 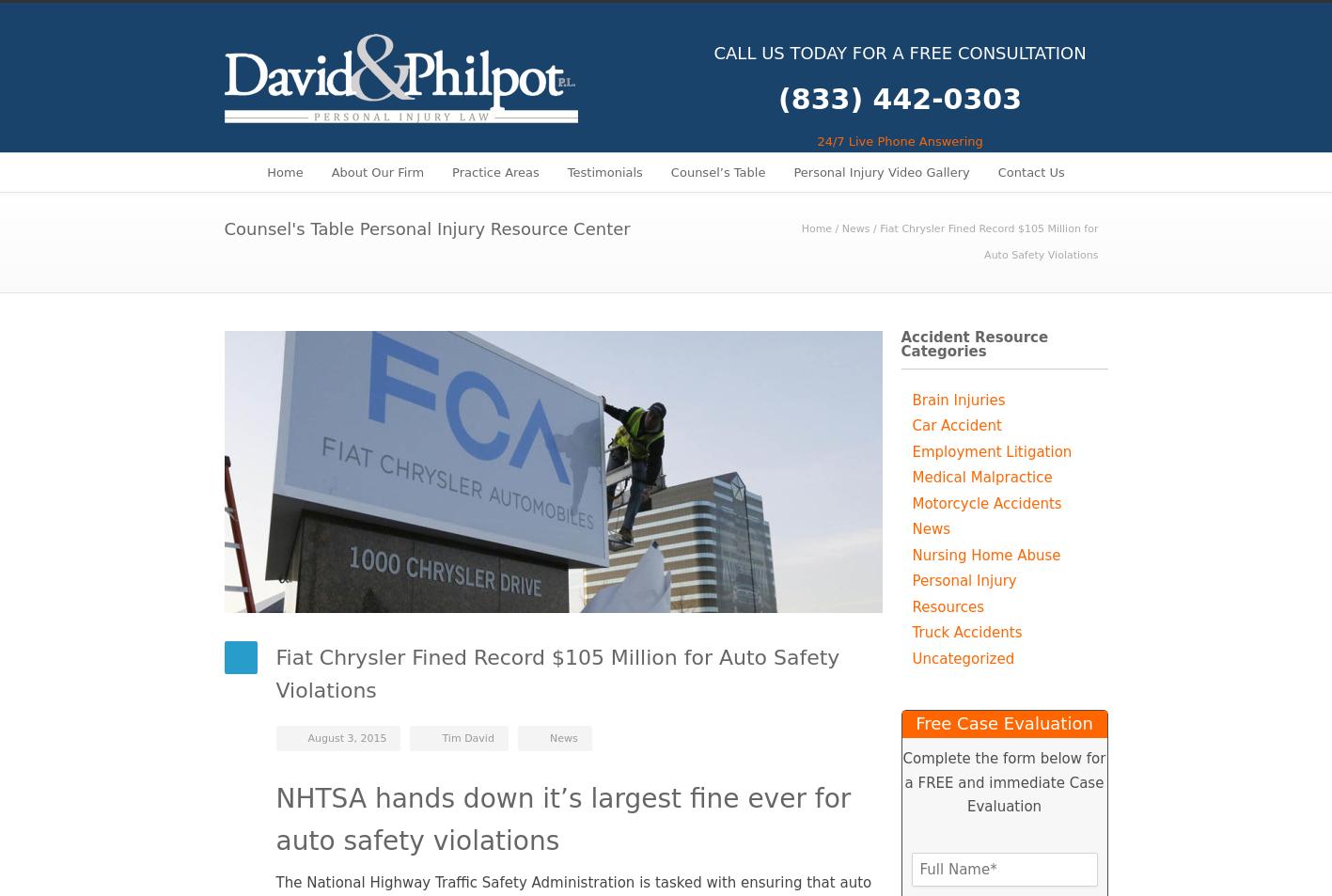 What do you see at coordinates (962, 657) in the screenshot?
I see `'Uncategorized'` at bounding box center [962, 657].